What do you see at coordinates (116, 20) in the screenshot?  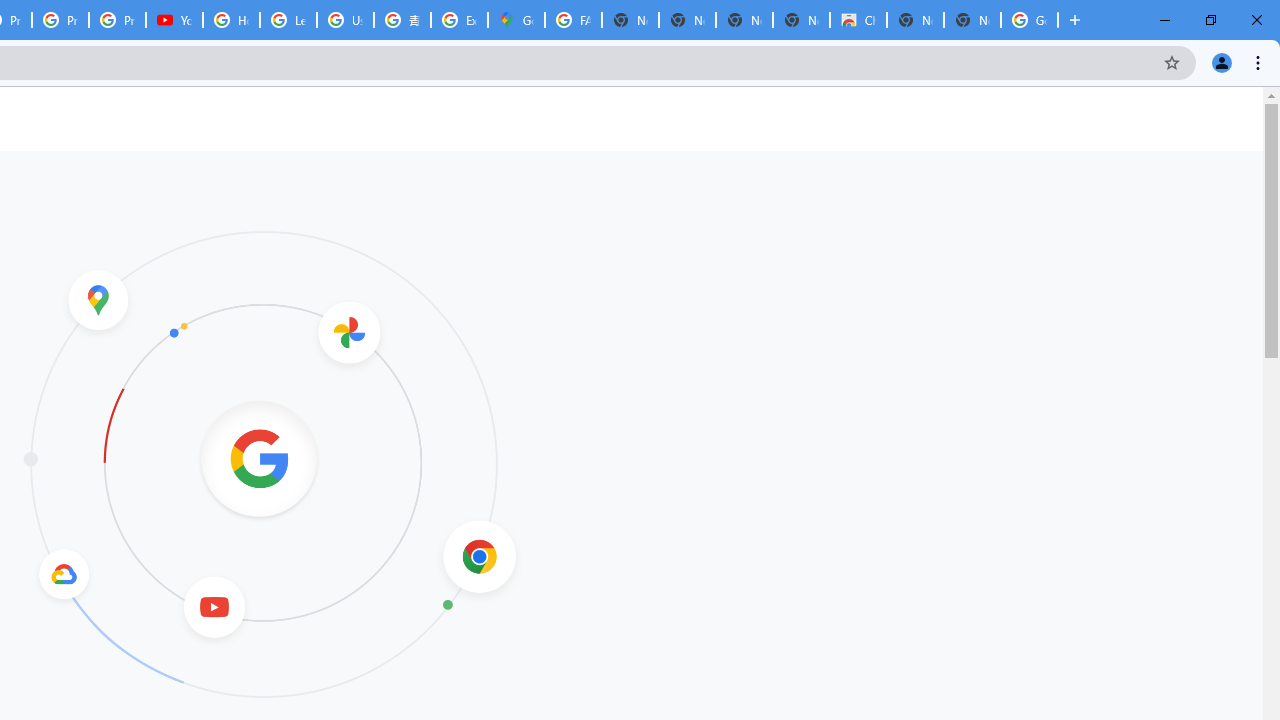 I see `'Privacy Checkup'` at bounding box center [116, 20].